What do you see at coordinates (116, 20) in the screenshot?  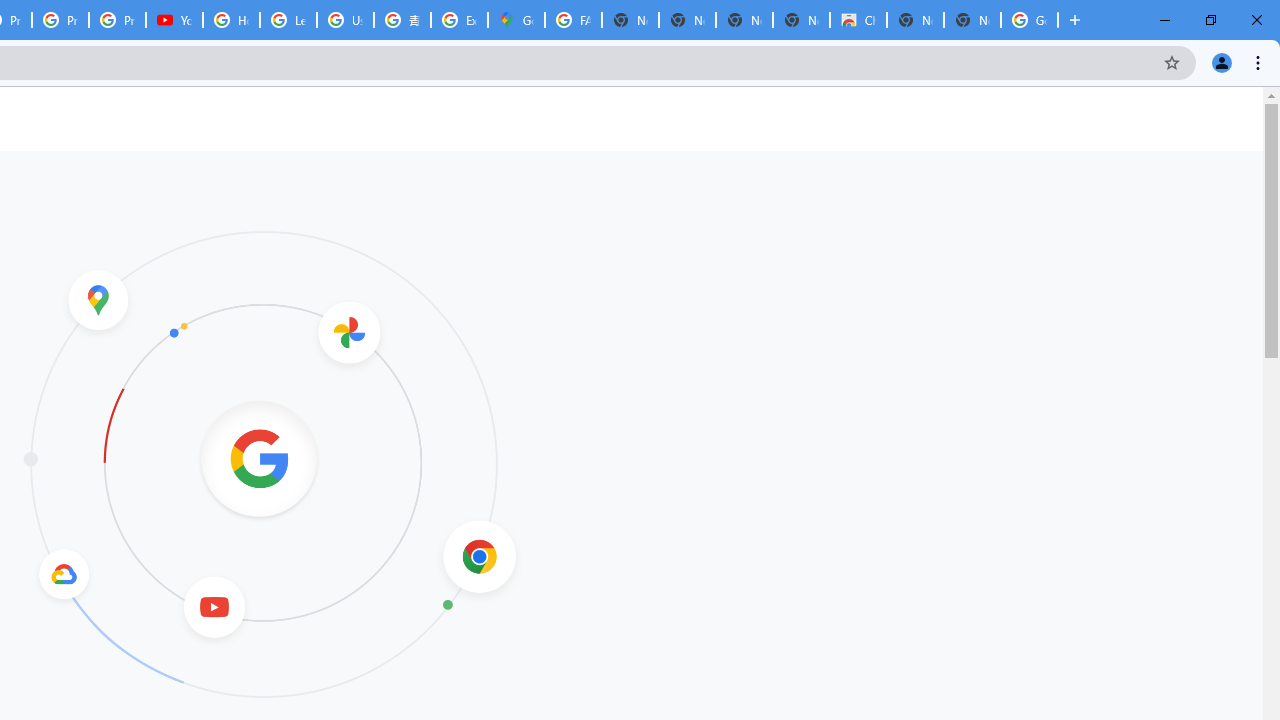 I see `'Privacy Checkup'` at bounding box center [116, 20].